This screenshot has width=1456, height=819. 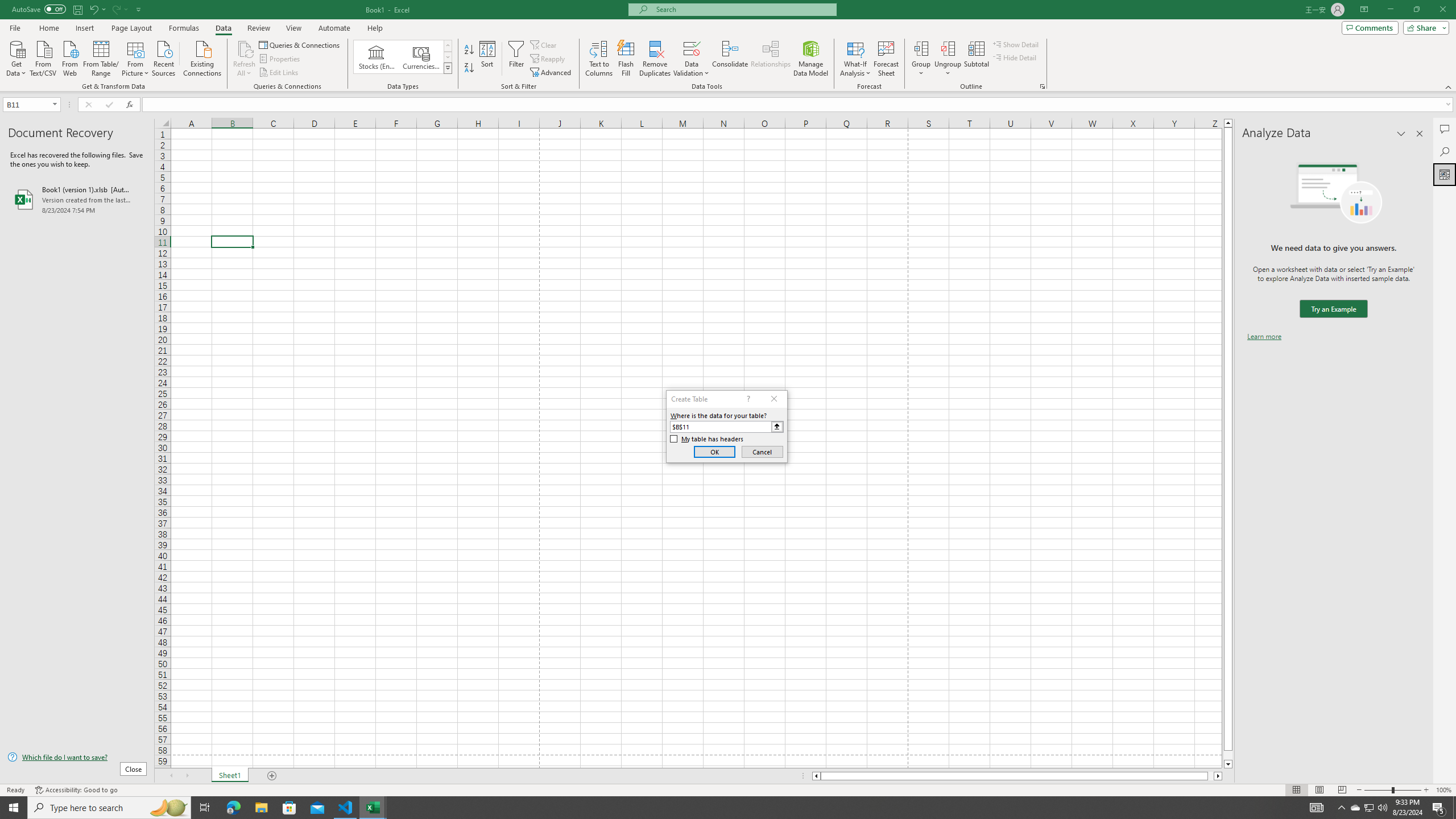 What do you see at coordinates (77, 9) in the screenshot?
I see `'Save'` at bounding box center [77, 9].